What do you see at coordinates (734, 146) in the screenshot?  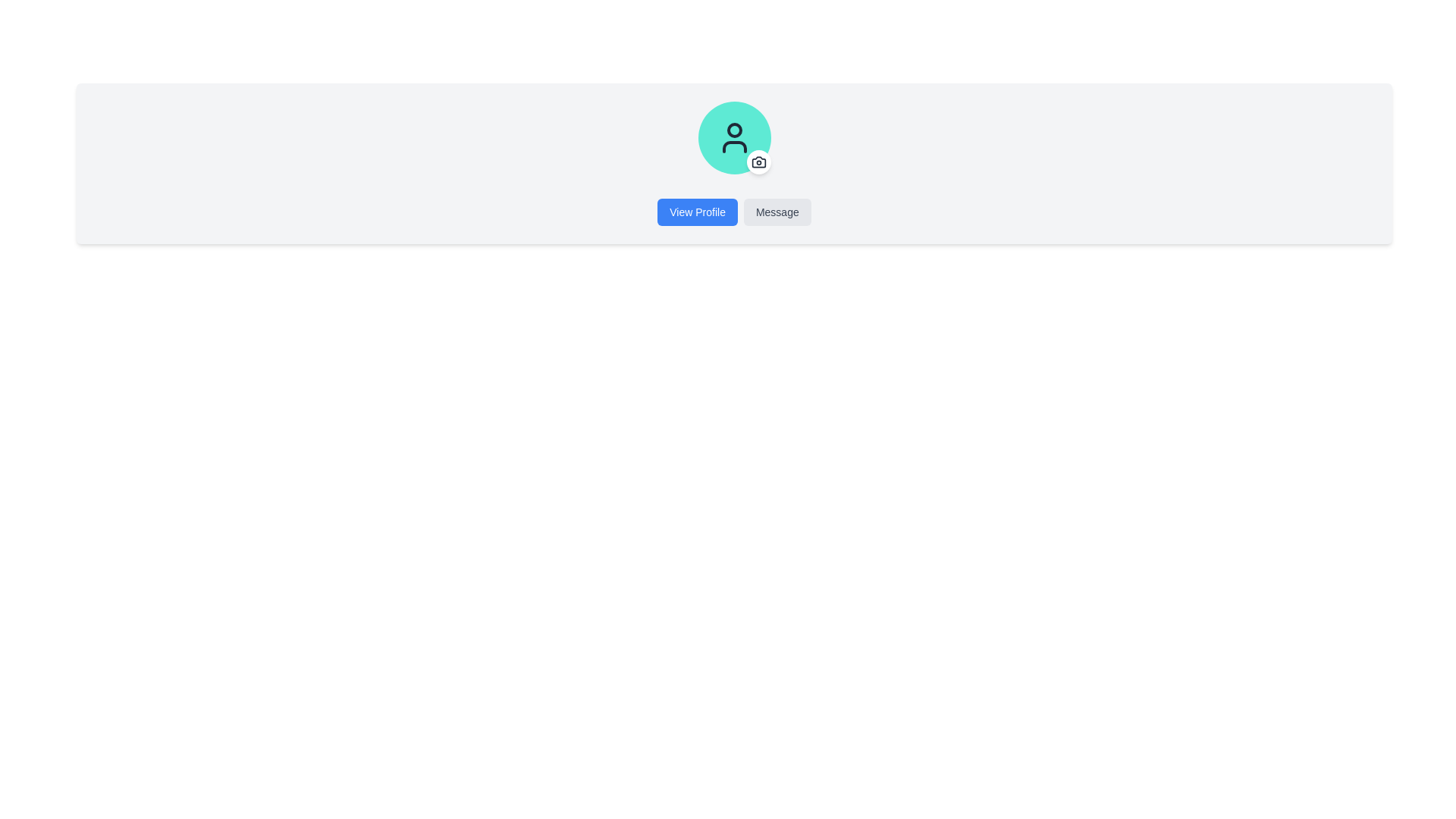 I see `the lower part of the user avatar icon, which visually represents the torso and shoulders of the user icon` at bounding box center [734, 146].